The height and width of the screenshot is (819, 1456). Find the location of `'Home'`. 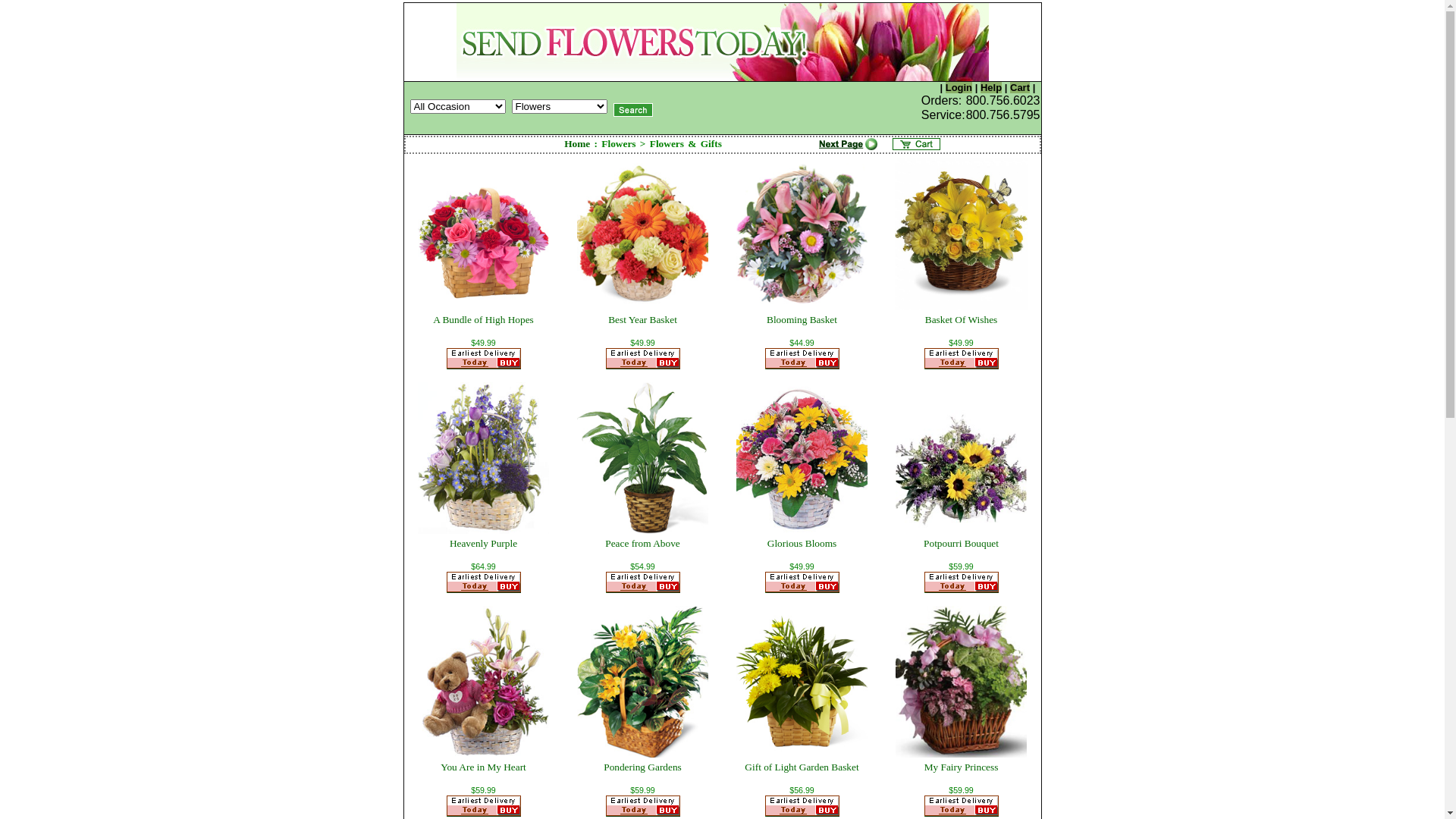

'Home' is located at coordinates (576, 143).